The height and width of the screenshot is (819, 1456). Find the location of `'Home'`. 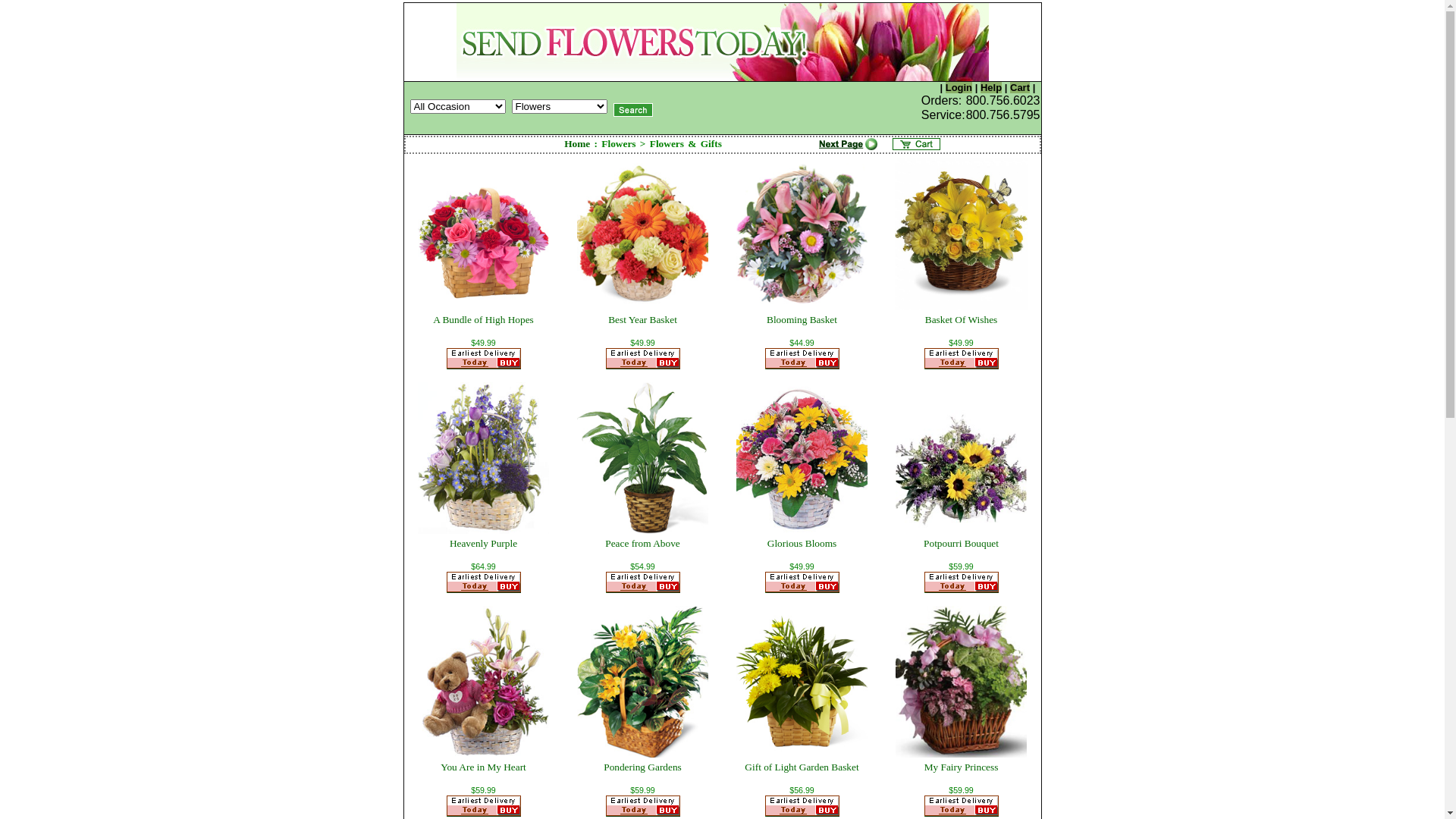

'Home' is located at coordinates (576, 143).